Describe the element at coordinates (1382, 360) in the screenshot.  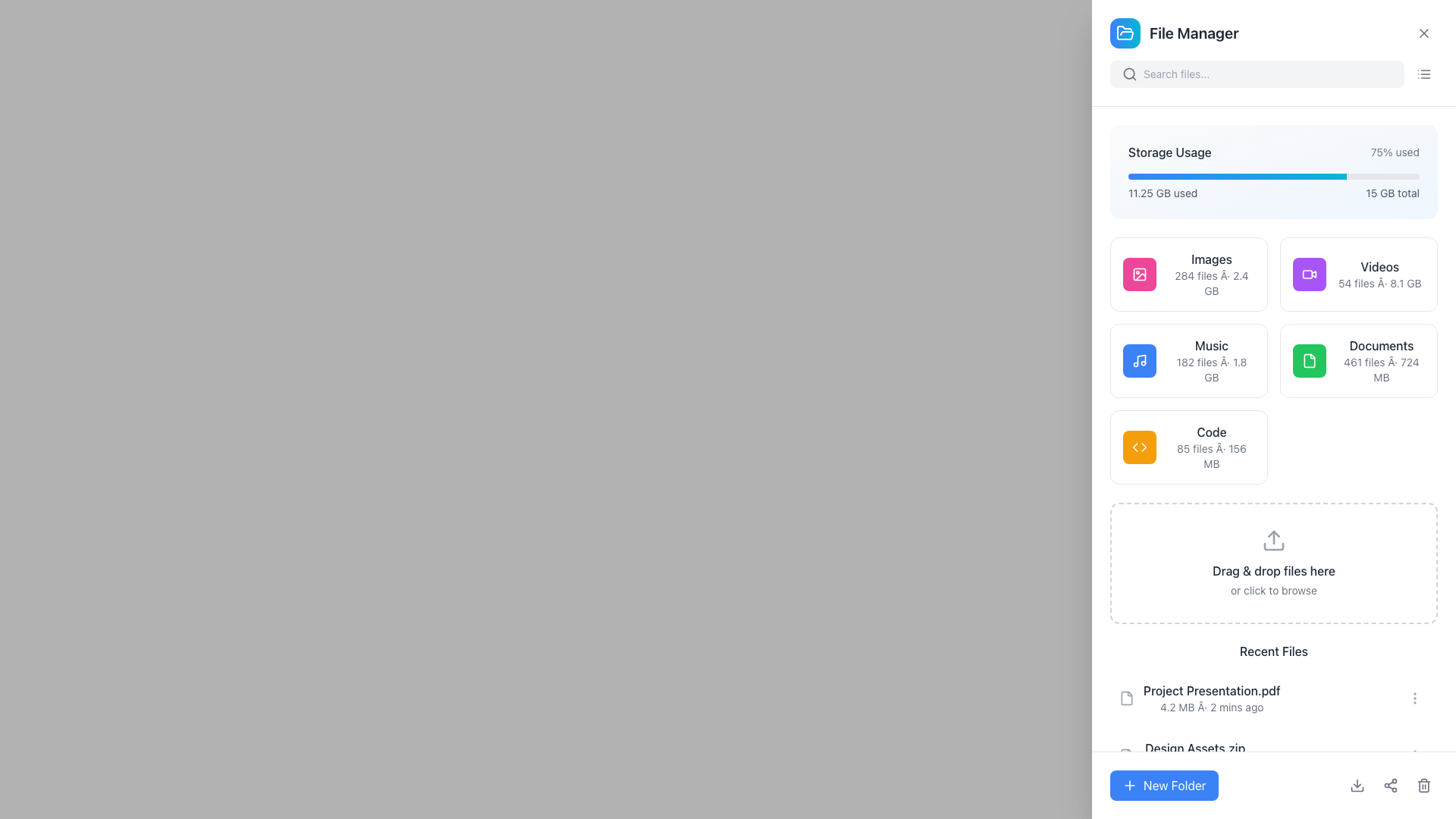
I see `the Text Label that identifies the 'Documents' category in the storage system` at that location.